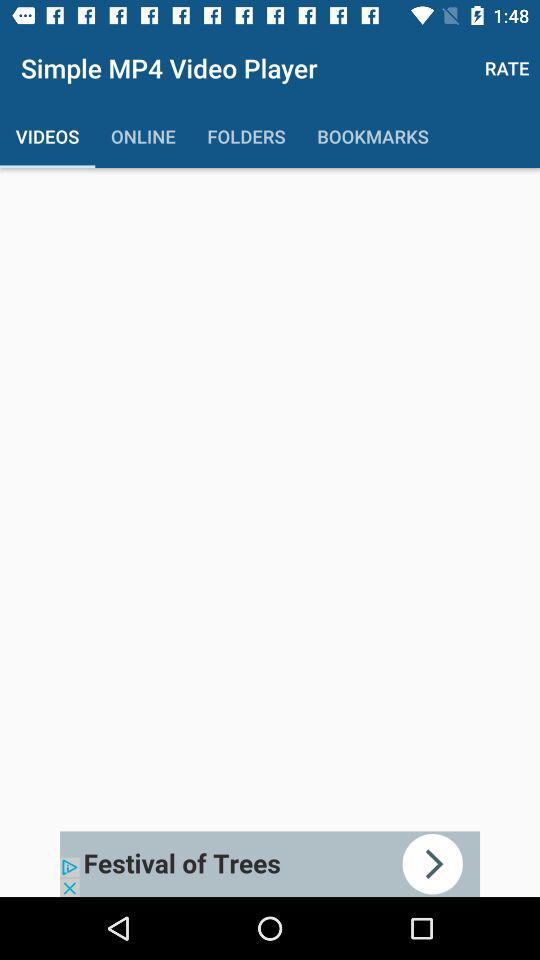 The width and height of the screenshot is (540, 960). I want to click on the label icon, so click(20, 21).